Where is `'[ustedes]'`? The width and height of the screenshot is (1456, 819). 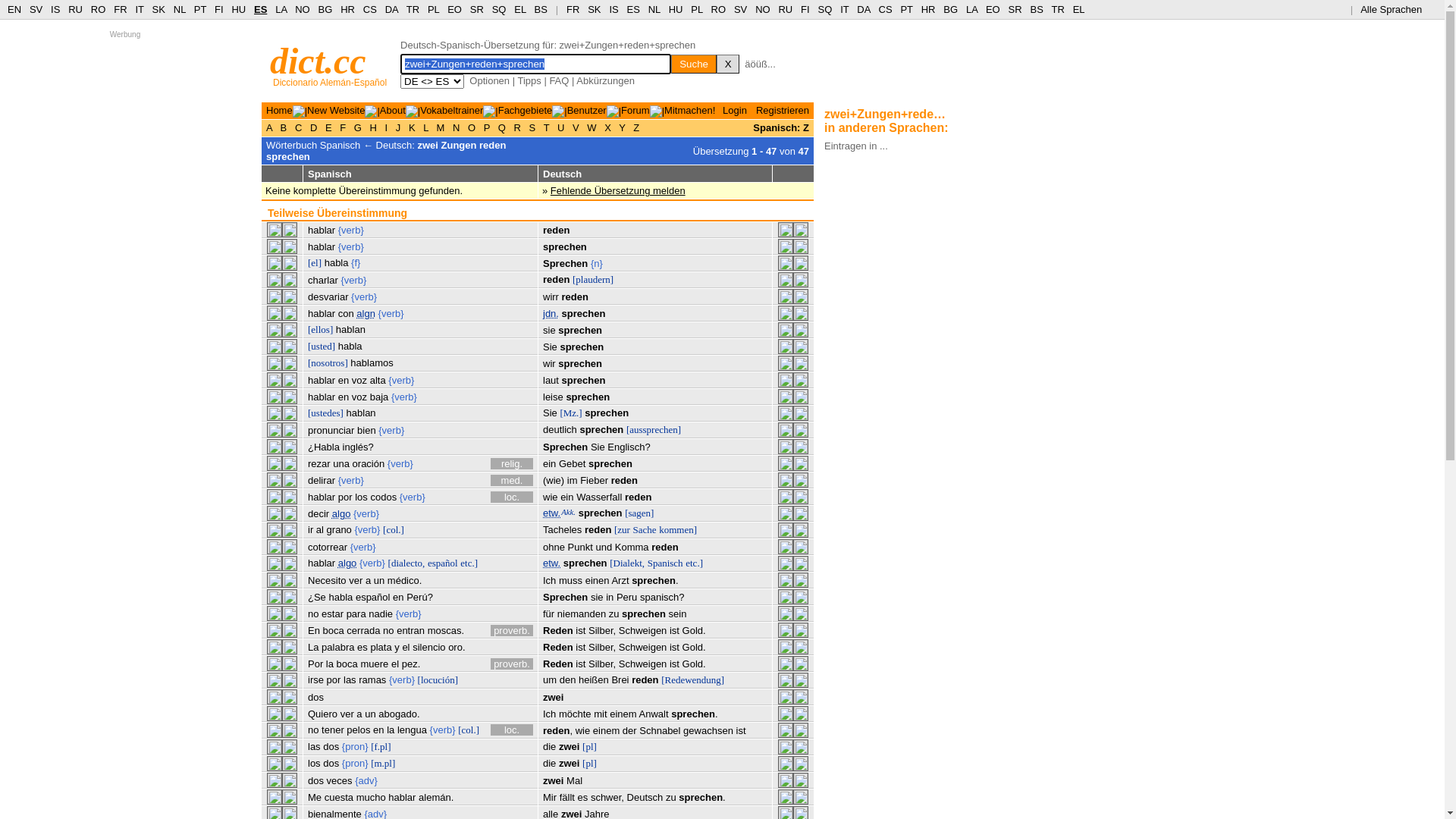
'[ustedes]' is located at coordinates (325, 413).